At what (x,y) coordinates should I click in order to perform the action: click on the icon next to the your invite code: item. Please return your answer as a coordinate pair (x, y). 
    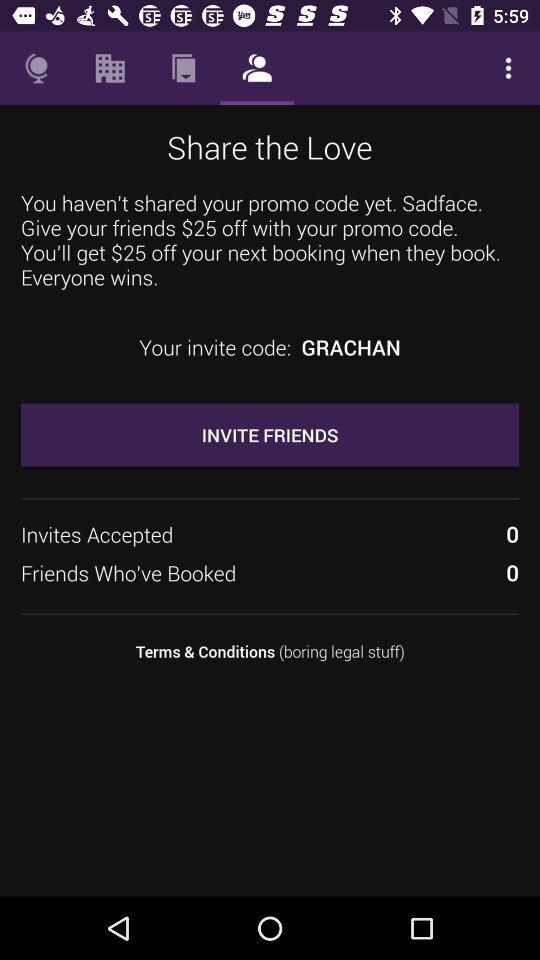
    Looking at the image, I should click on (350, 347).